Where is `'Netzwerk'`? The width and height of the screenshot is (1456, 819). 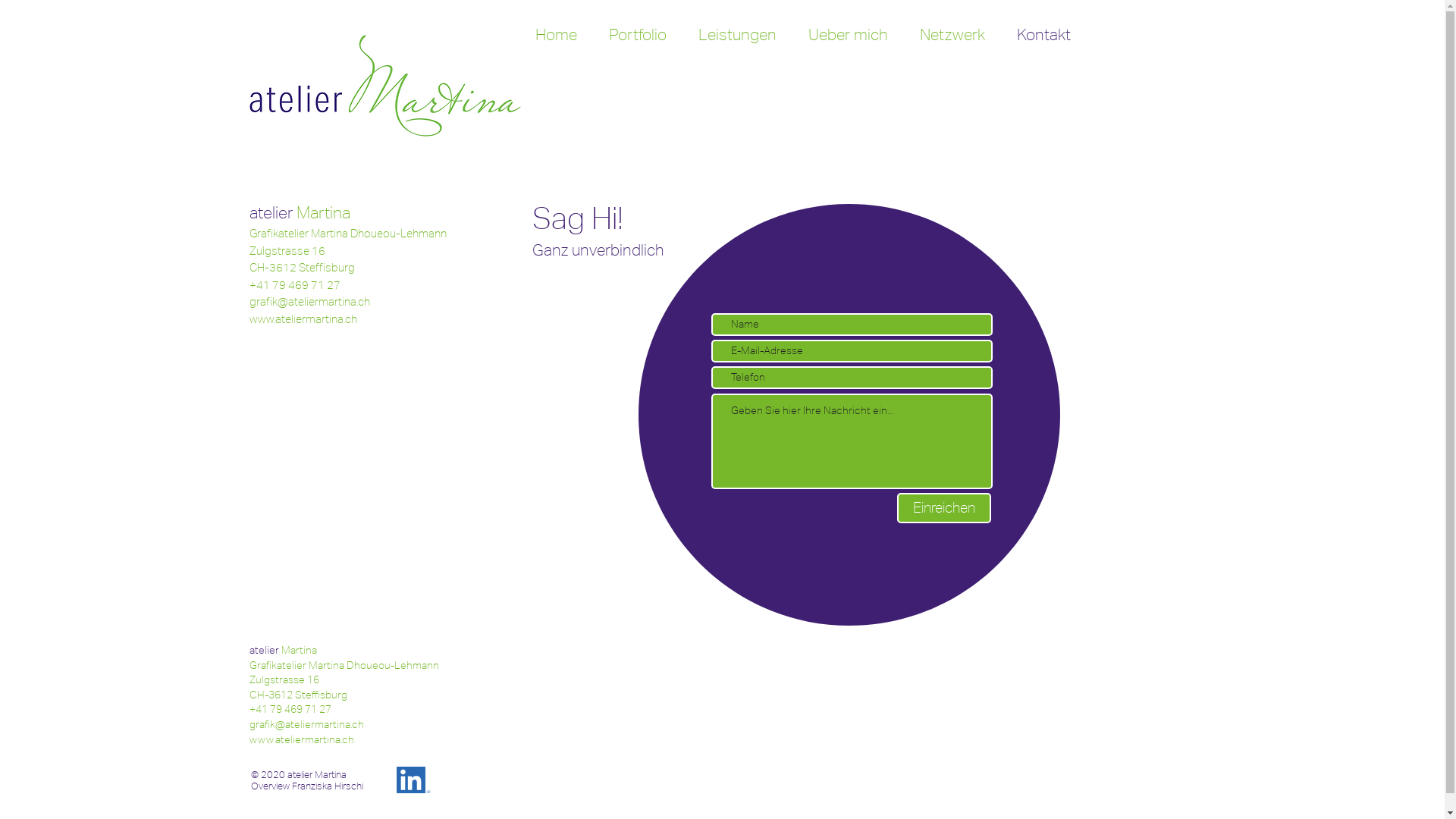
'Netzwerk' is located at coordinates (952, 34).